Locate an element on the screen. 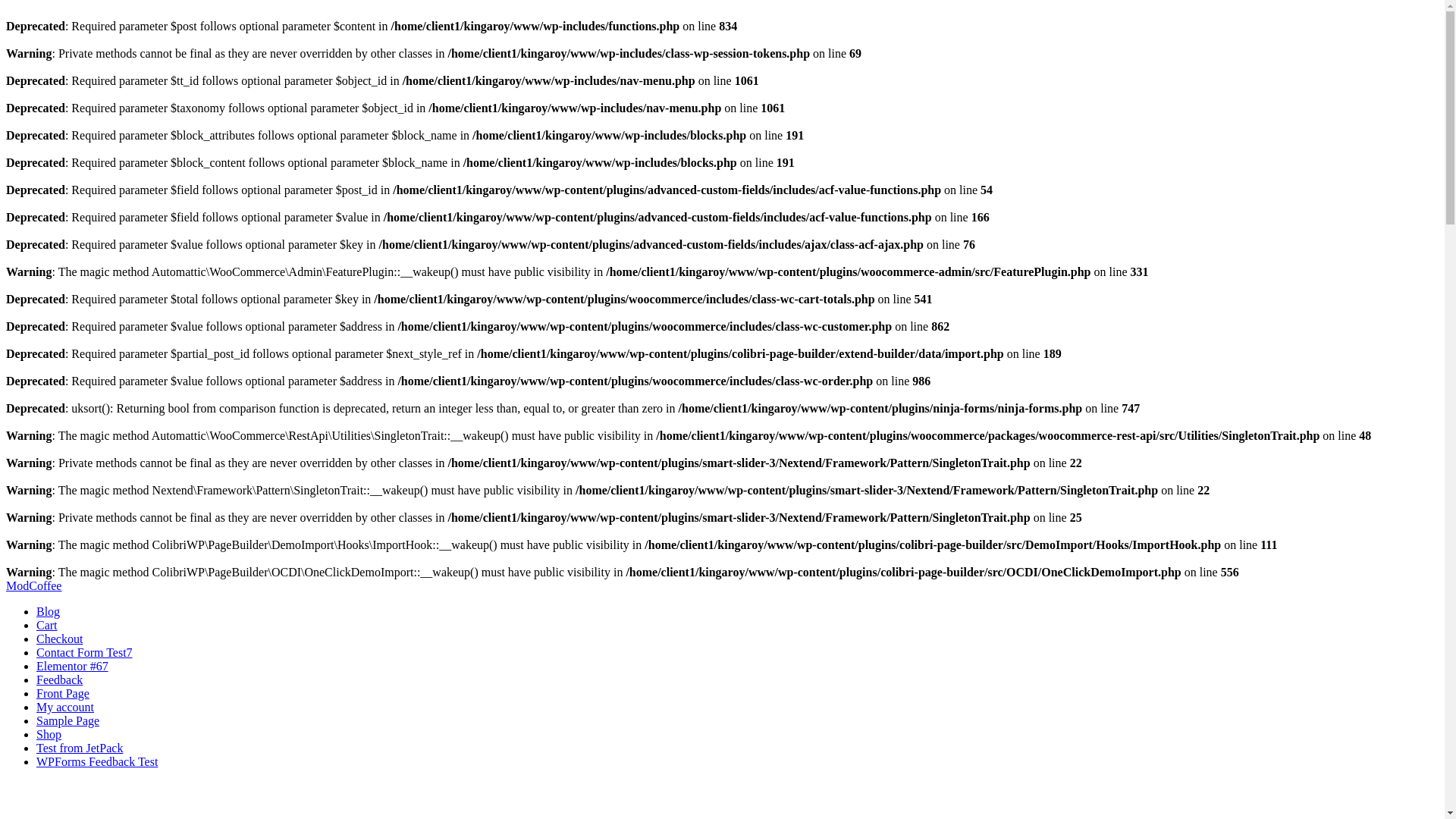 The width and height of the screenshot is (1456, 819). 'Shop' is located at coordinates (49, 733).